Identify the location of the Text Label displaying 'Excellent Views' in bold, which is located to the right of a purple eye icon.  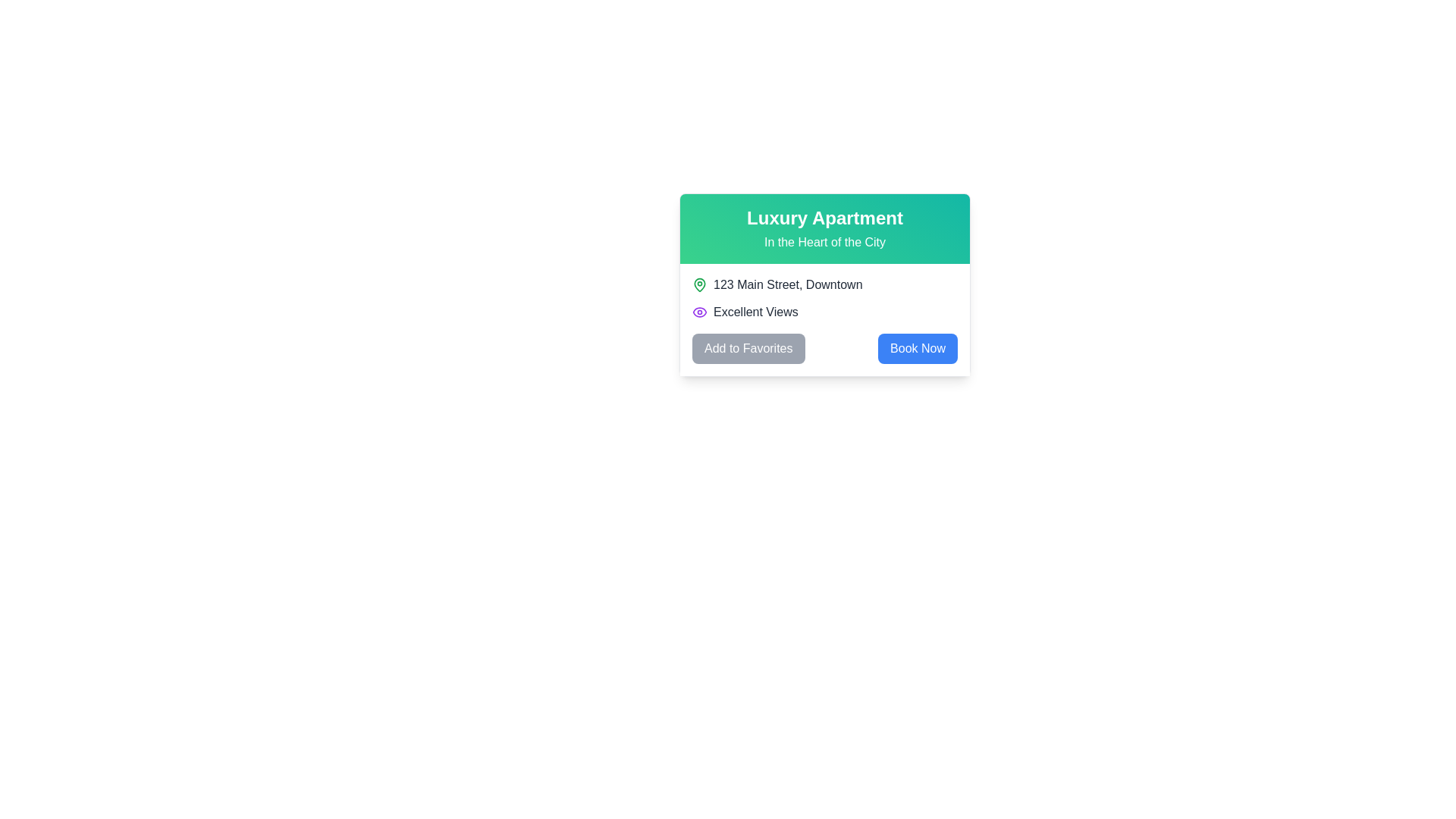
(755, 312).